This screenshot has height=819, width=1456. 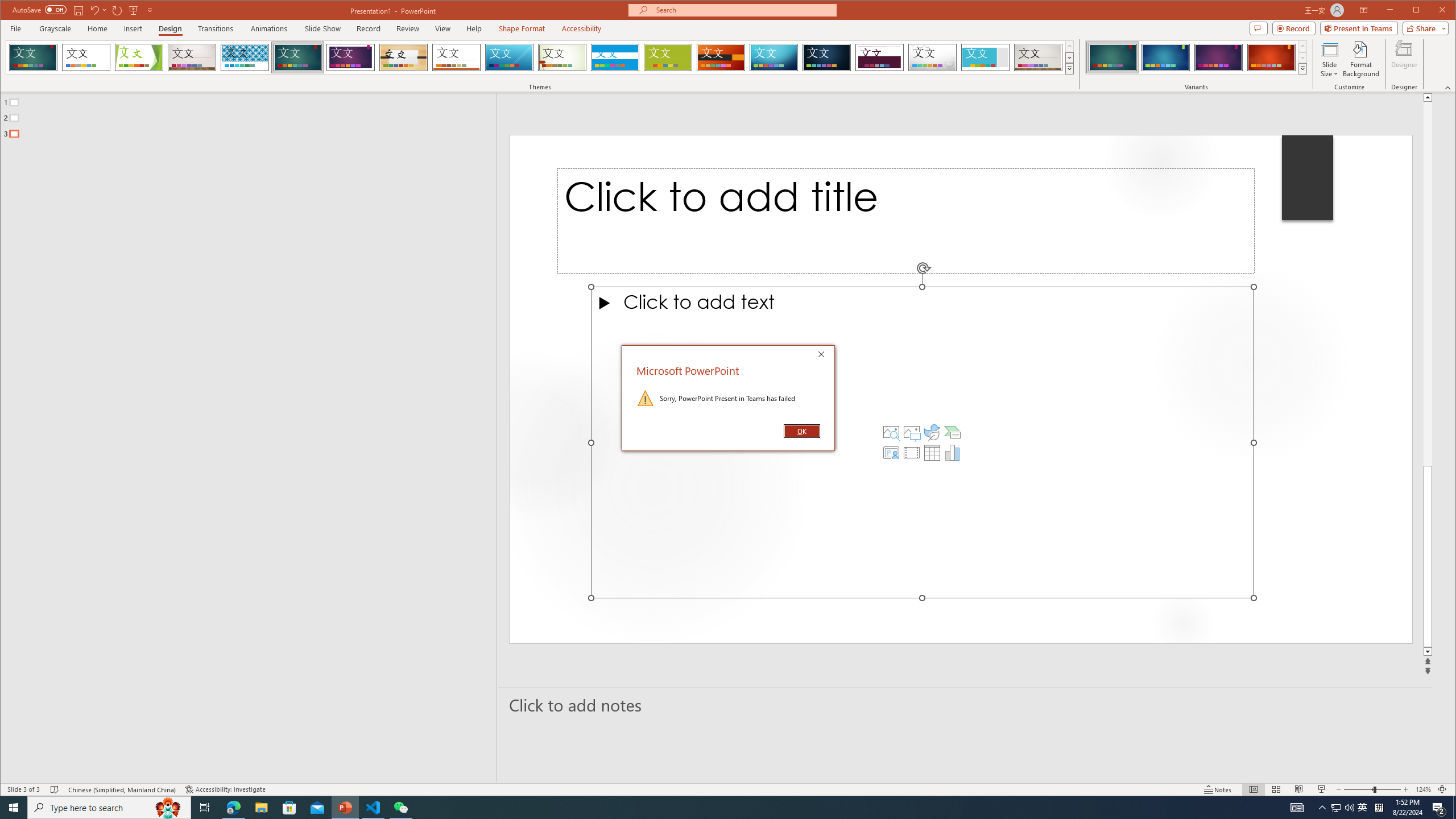 I want to click on 'Ion Boardroom', so click(x=350, y=57).